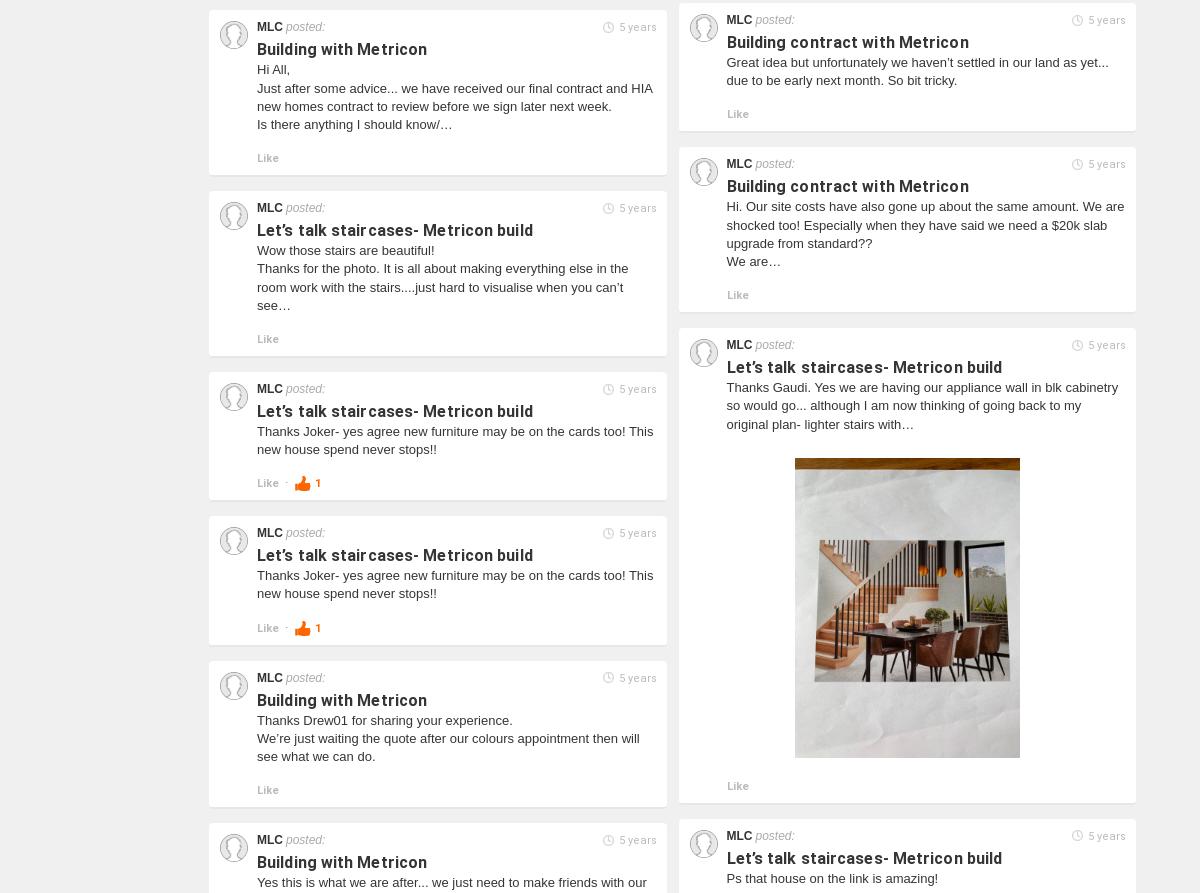 The image size is (1200, 893). What do you see at coordinates (272, 69) in the screenshot?
I see `'Hi All,'` at bounding box center [272, 69].